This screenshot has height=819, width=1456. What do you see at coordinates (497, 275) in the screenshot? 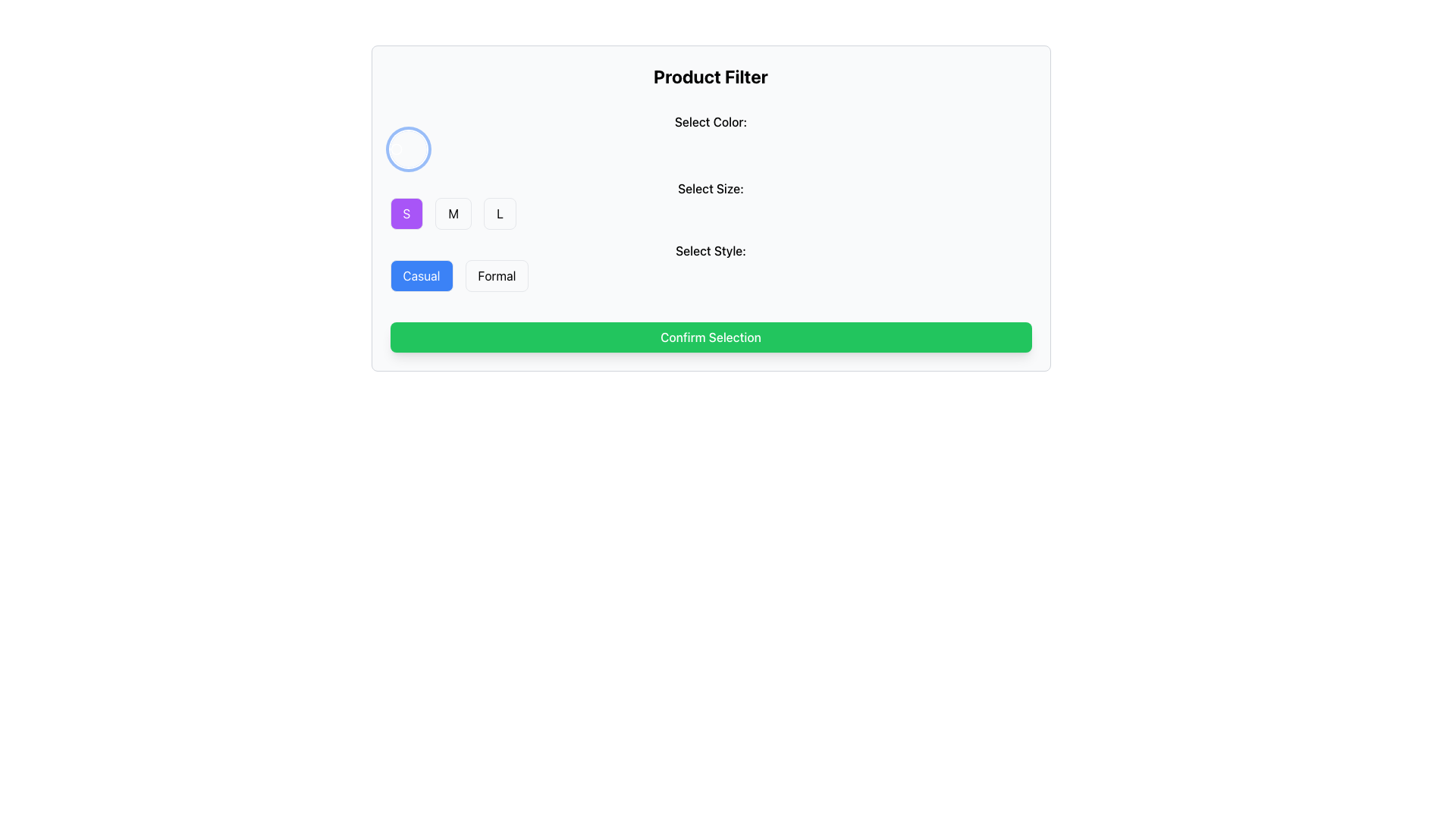
I see `the 'Formal' button, which is a rectangular button with the text 'Formal' centered within it, located to the right of the 'Casual' button in the 'Select Style' section` at bounding box center [497, 275].